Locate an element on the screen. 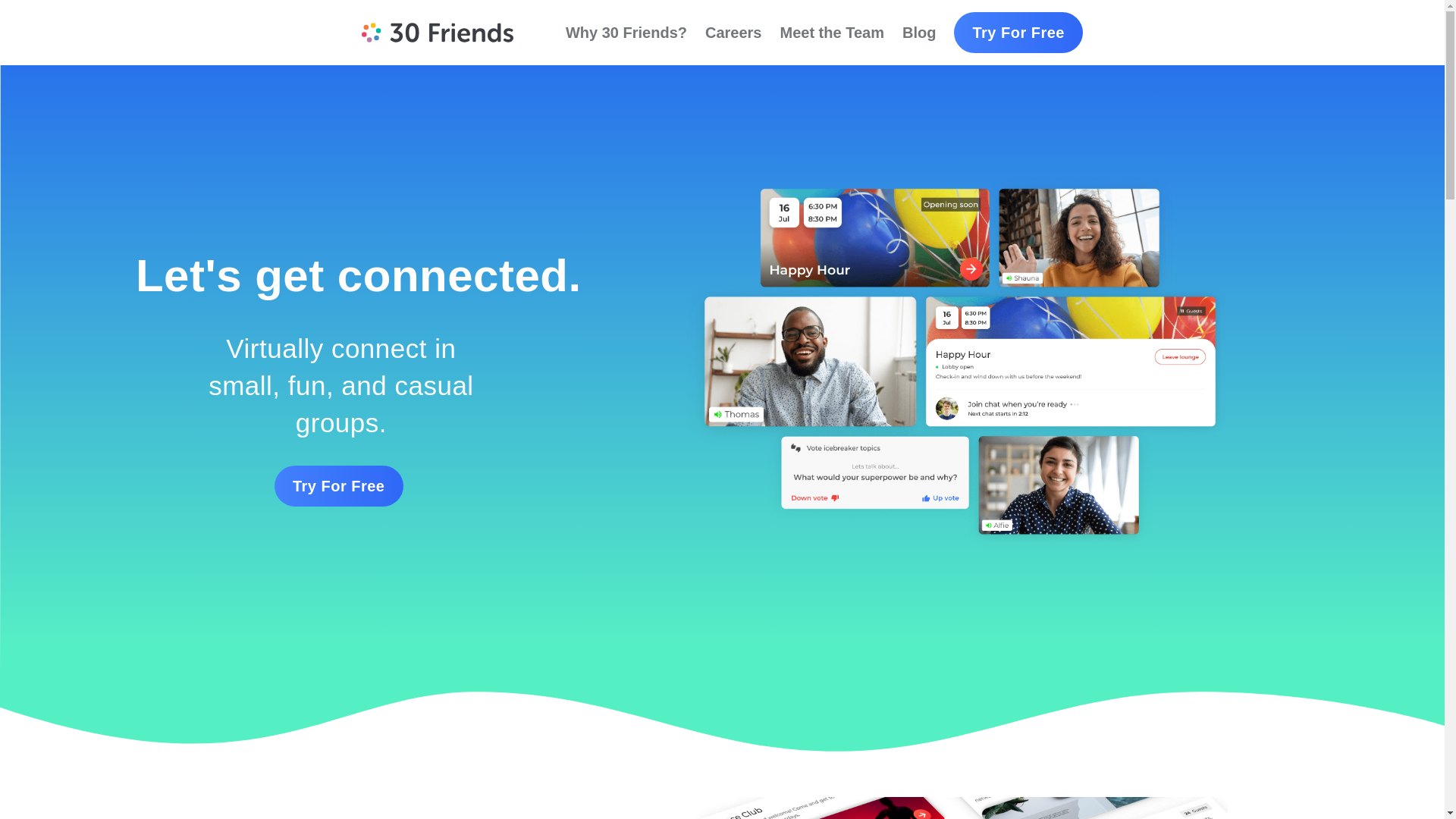  'Blog' is located at coordinates (918, 32).